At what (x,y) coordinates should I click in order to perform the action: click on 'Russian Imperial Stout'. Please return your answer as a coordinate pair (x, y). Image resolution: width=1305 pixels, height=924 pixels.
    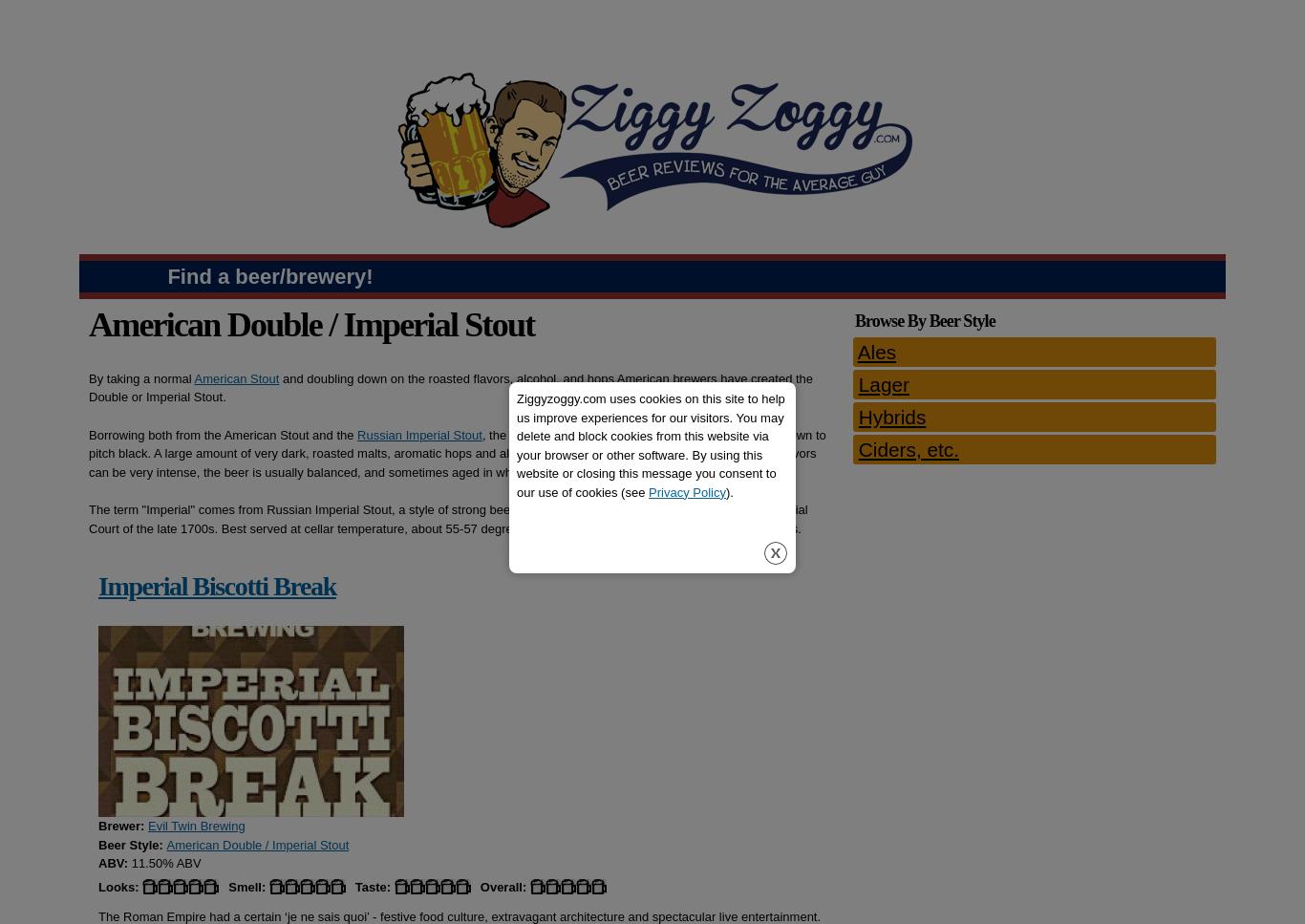
    Looking at the image, I should click on (356, 434).